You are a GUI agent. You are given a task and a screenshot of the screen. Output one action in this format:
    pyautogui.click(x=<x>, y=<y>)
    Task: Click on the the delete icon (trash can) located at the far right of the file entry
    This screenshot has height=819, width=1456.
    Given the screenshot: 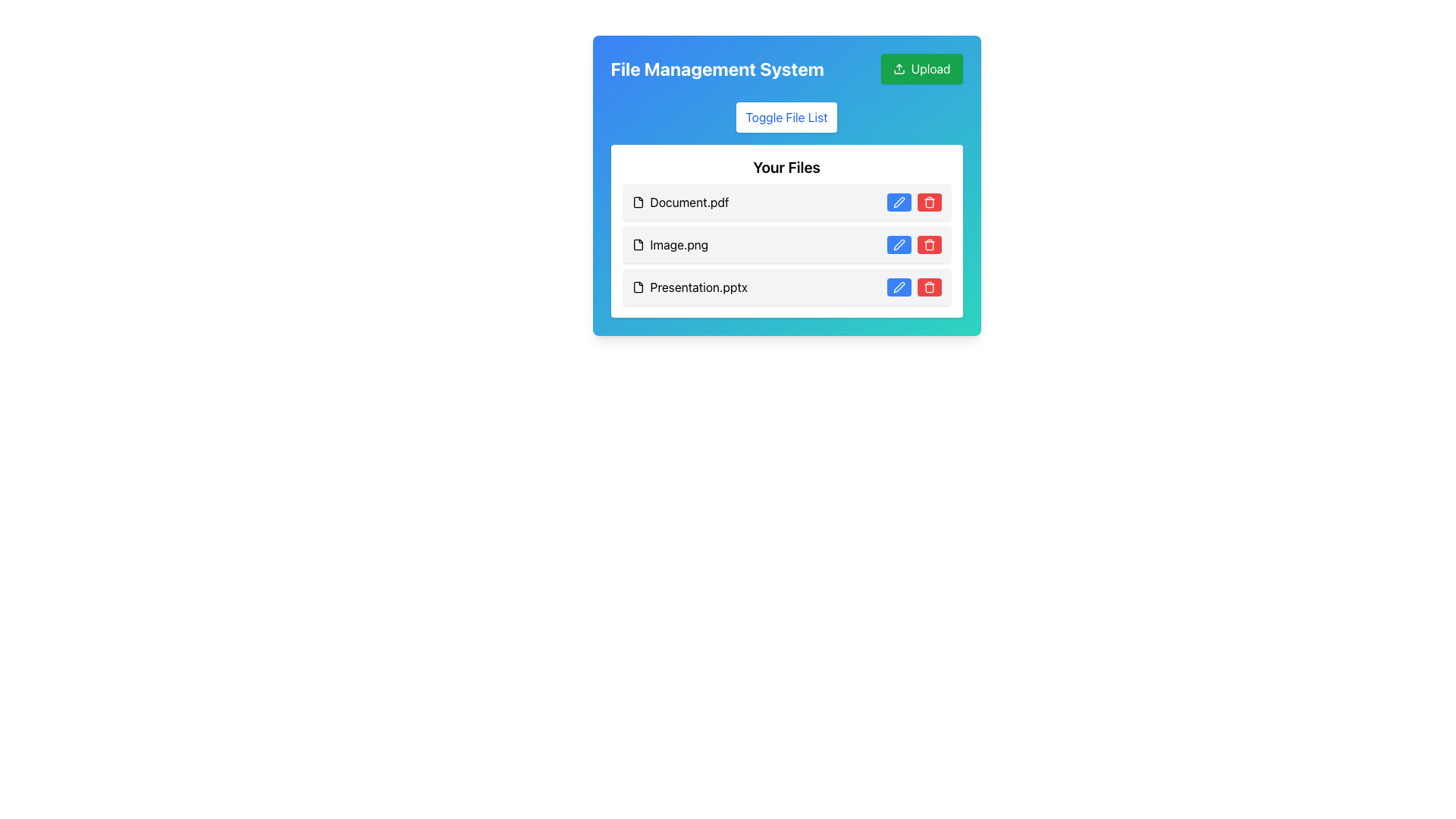 What is the action you would take?
    pyautogui.click(x=928, y=244)
    